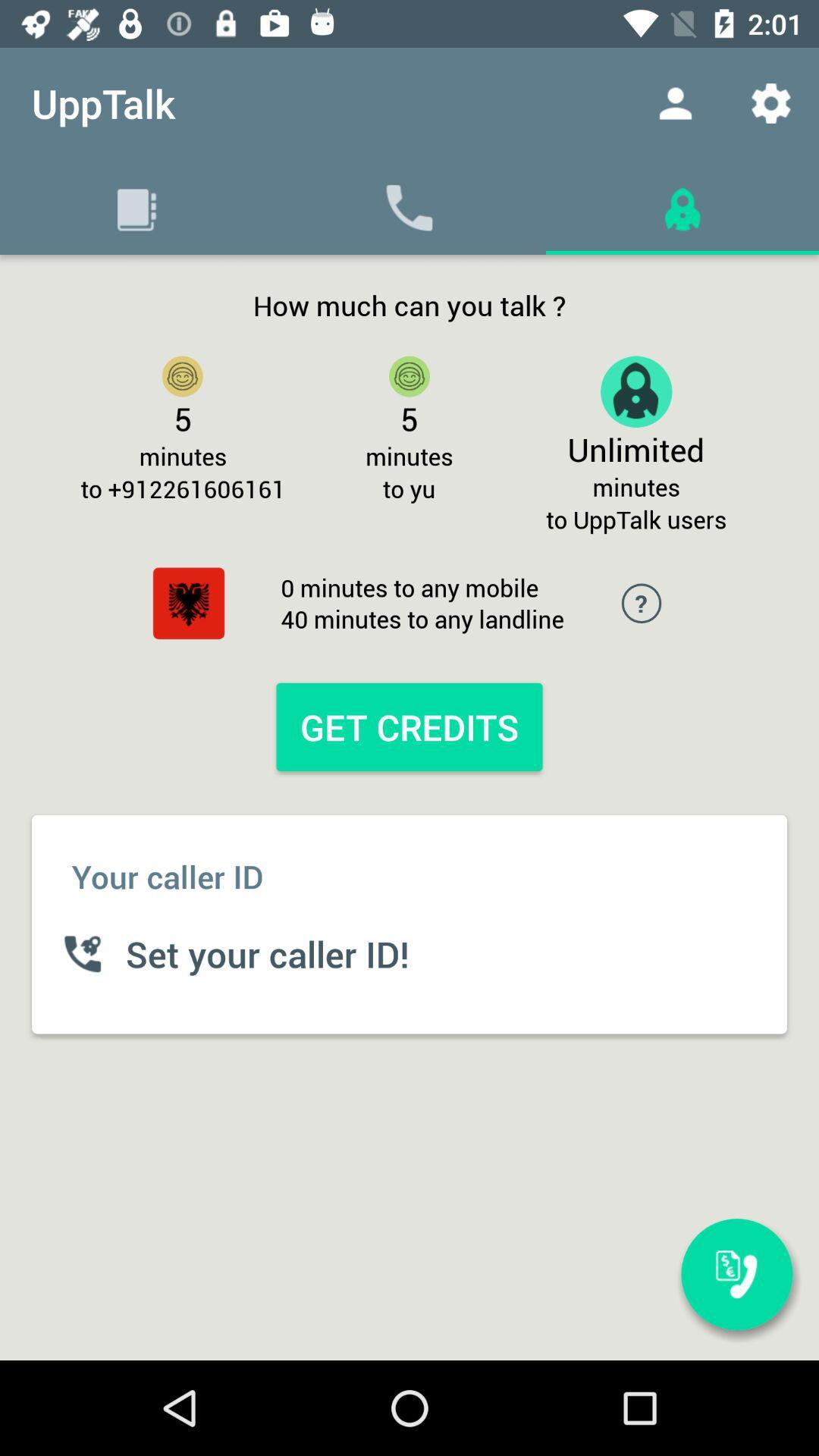 The width and height of the screenshot is (819, 1456). I want to click on get credits icon, so click(409, 726).